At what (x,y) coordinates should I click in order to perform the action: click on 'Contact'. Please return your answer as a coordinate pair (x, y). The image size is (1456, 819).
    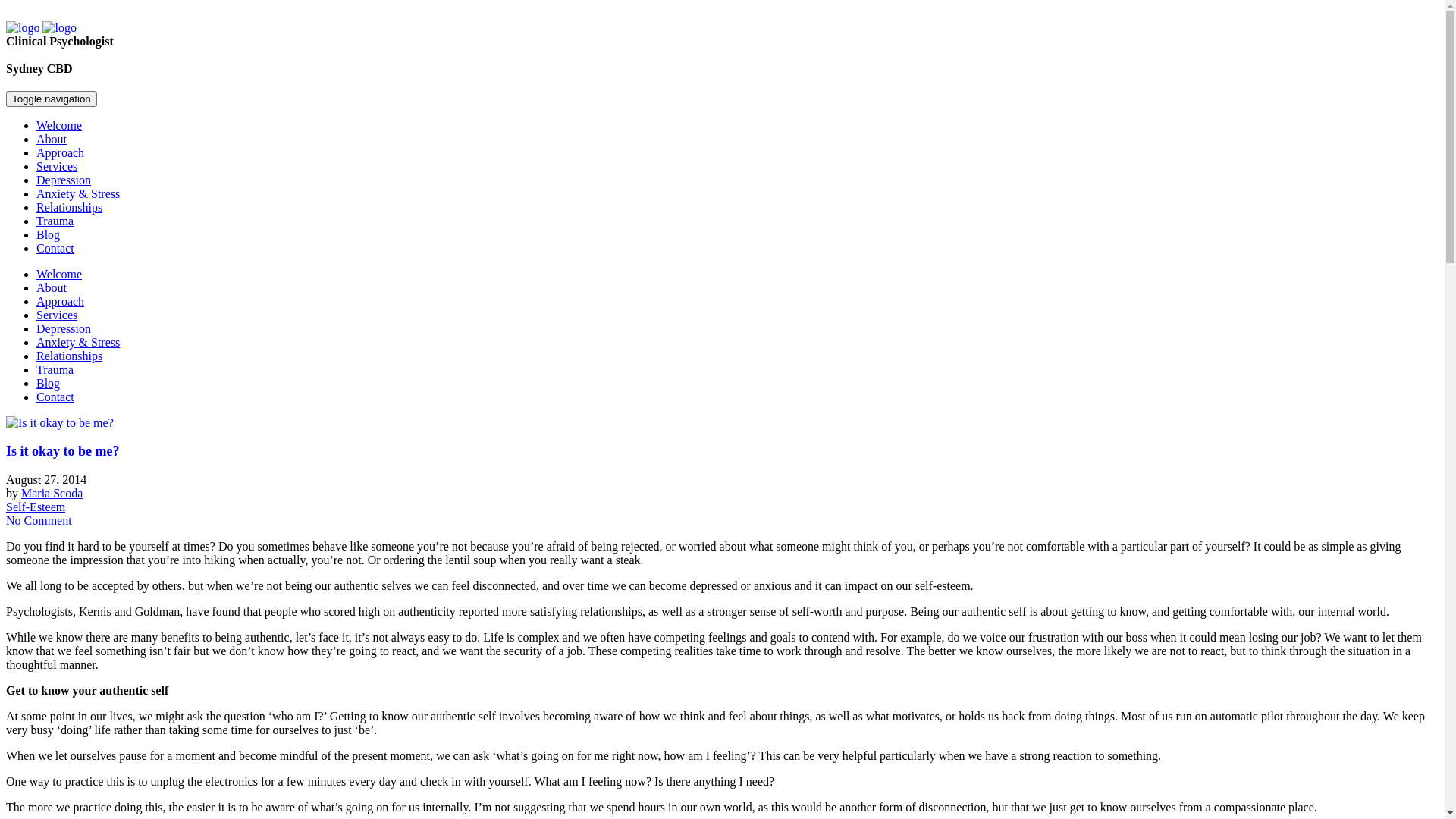
    Looking at the image, I should click on (55, 396).